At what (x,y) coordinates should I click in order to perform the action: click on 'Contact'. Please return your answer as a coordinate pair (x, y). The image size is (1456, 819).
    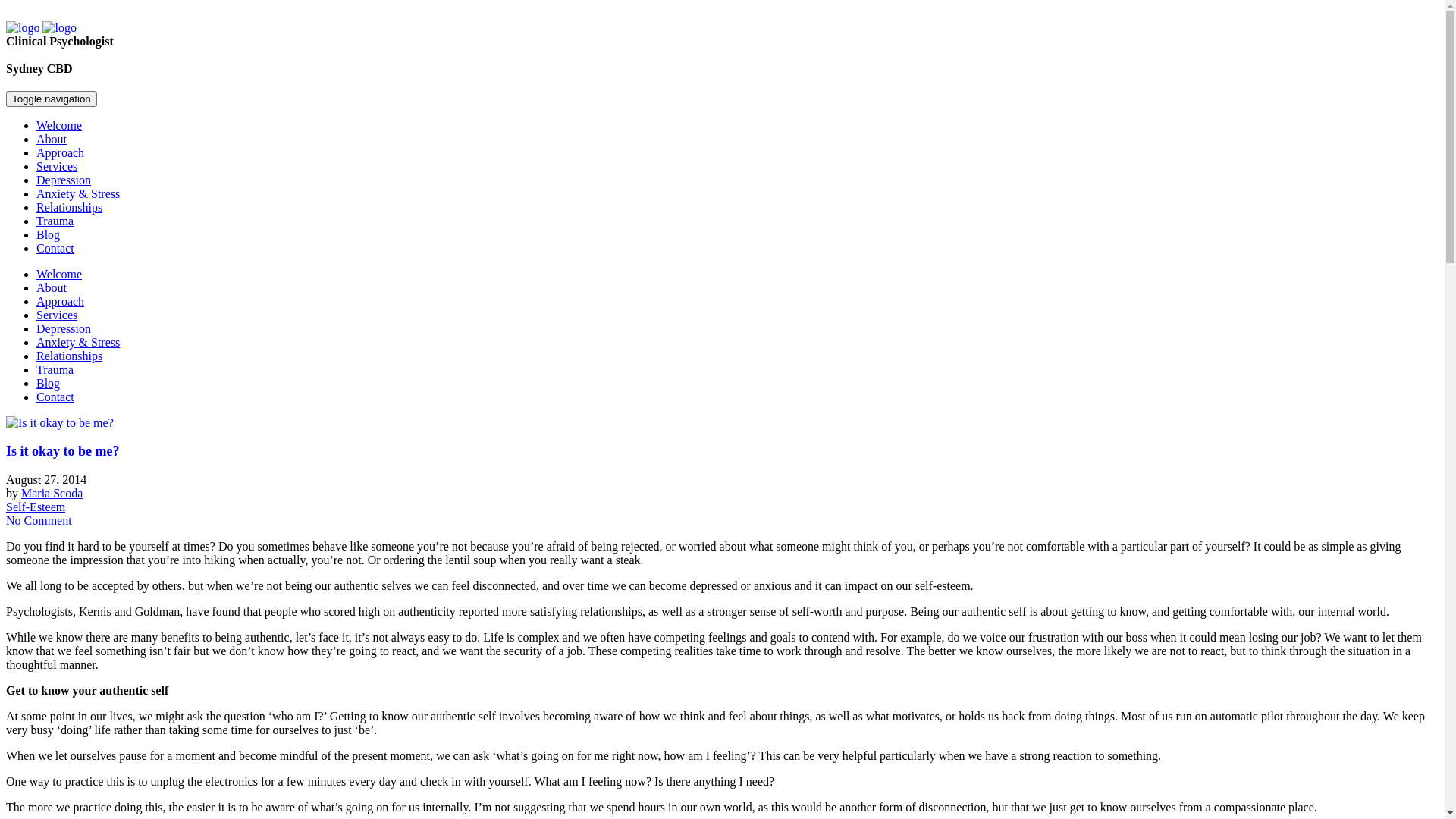
    Looking at the image, I should click on (55, 396).